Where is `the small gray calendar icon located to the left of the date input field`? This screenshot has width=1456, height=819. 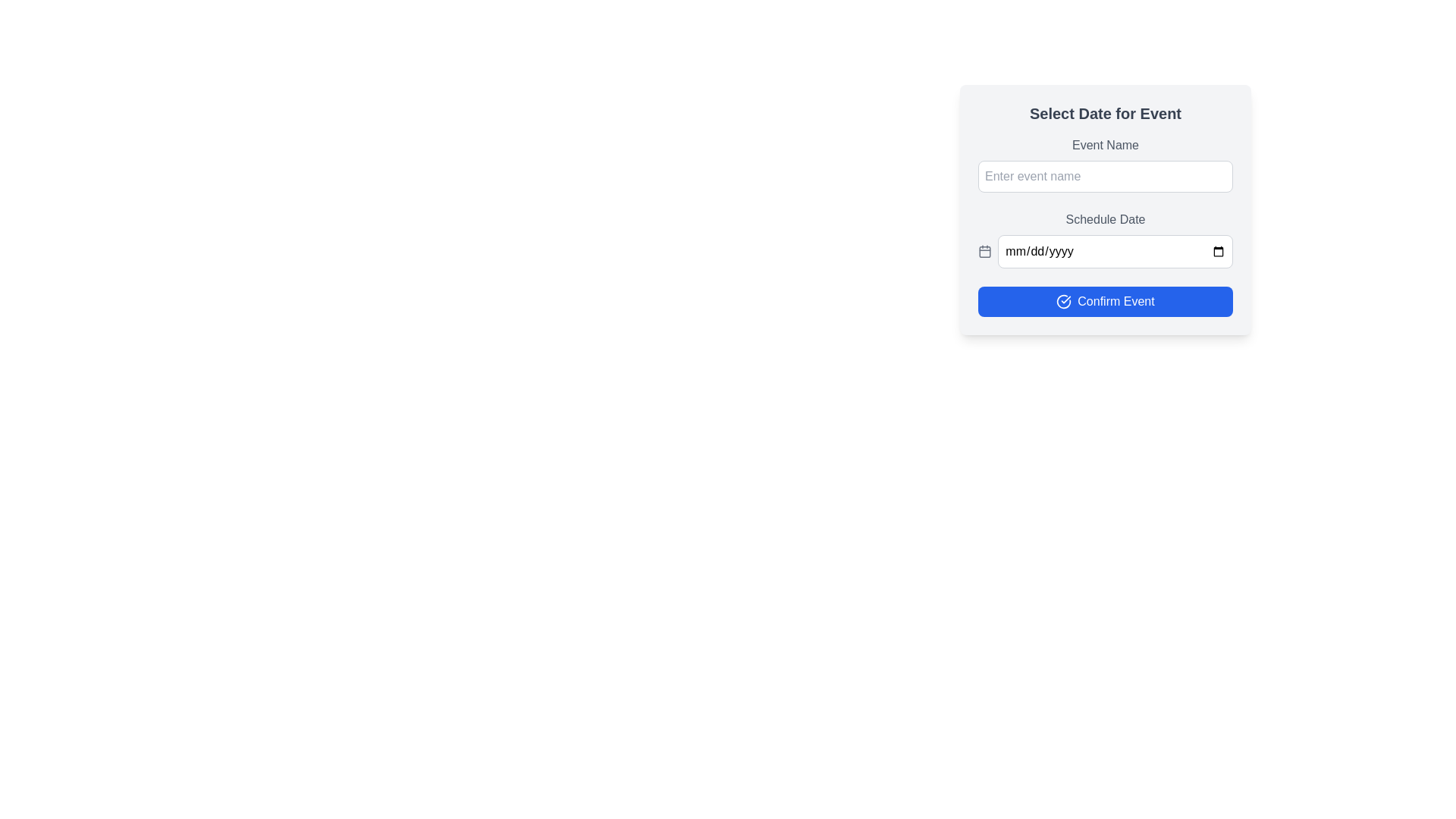 the small gray calendar icon located to the left of the date input field is located at coordinates (985, 250).